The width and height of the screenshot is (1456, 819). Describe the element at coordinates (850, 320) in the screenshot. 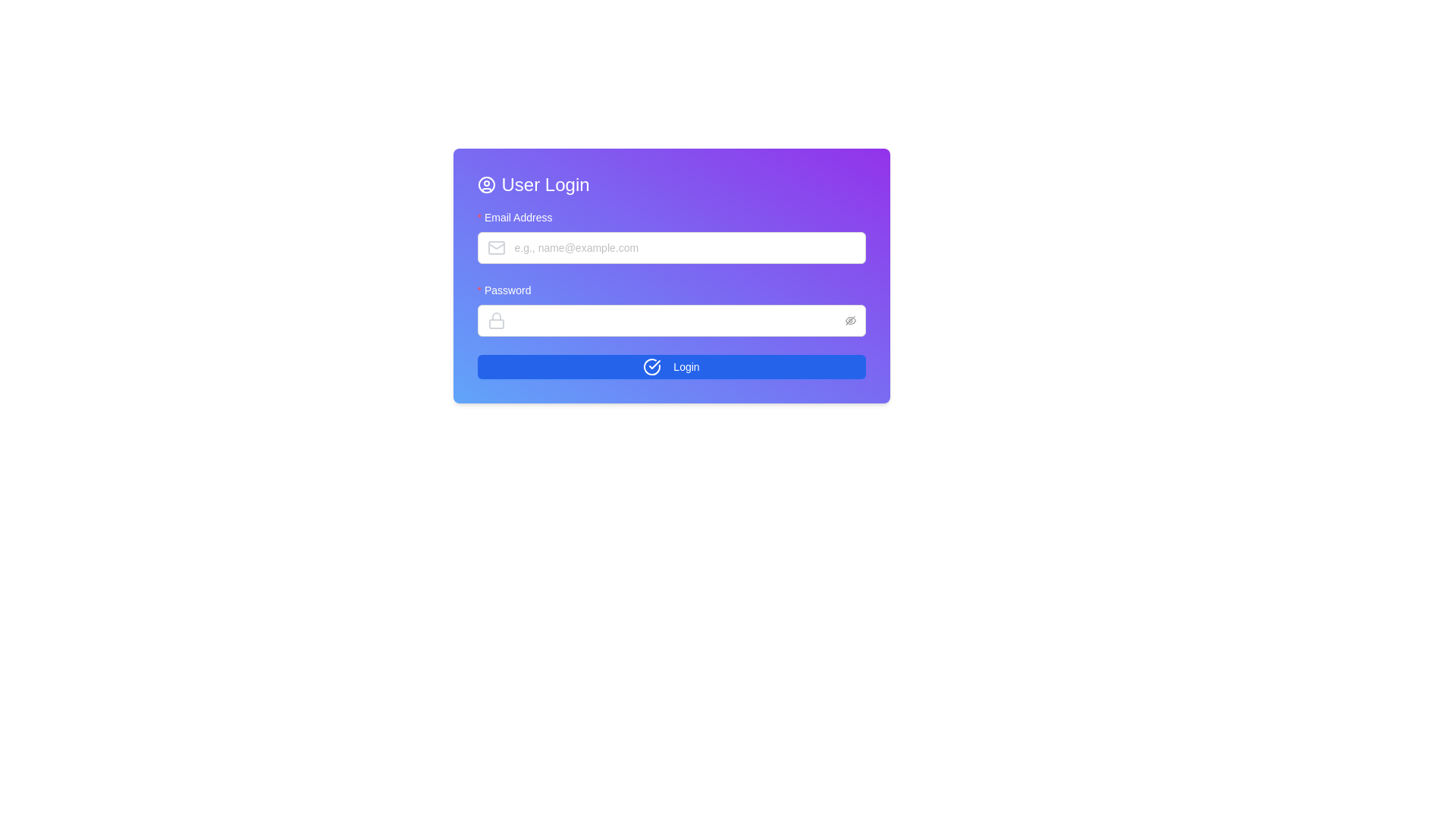

I see `the toggle button on the extreme right of the password input field` at that location.